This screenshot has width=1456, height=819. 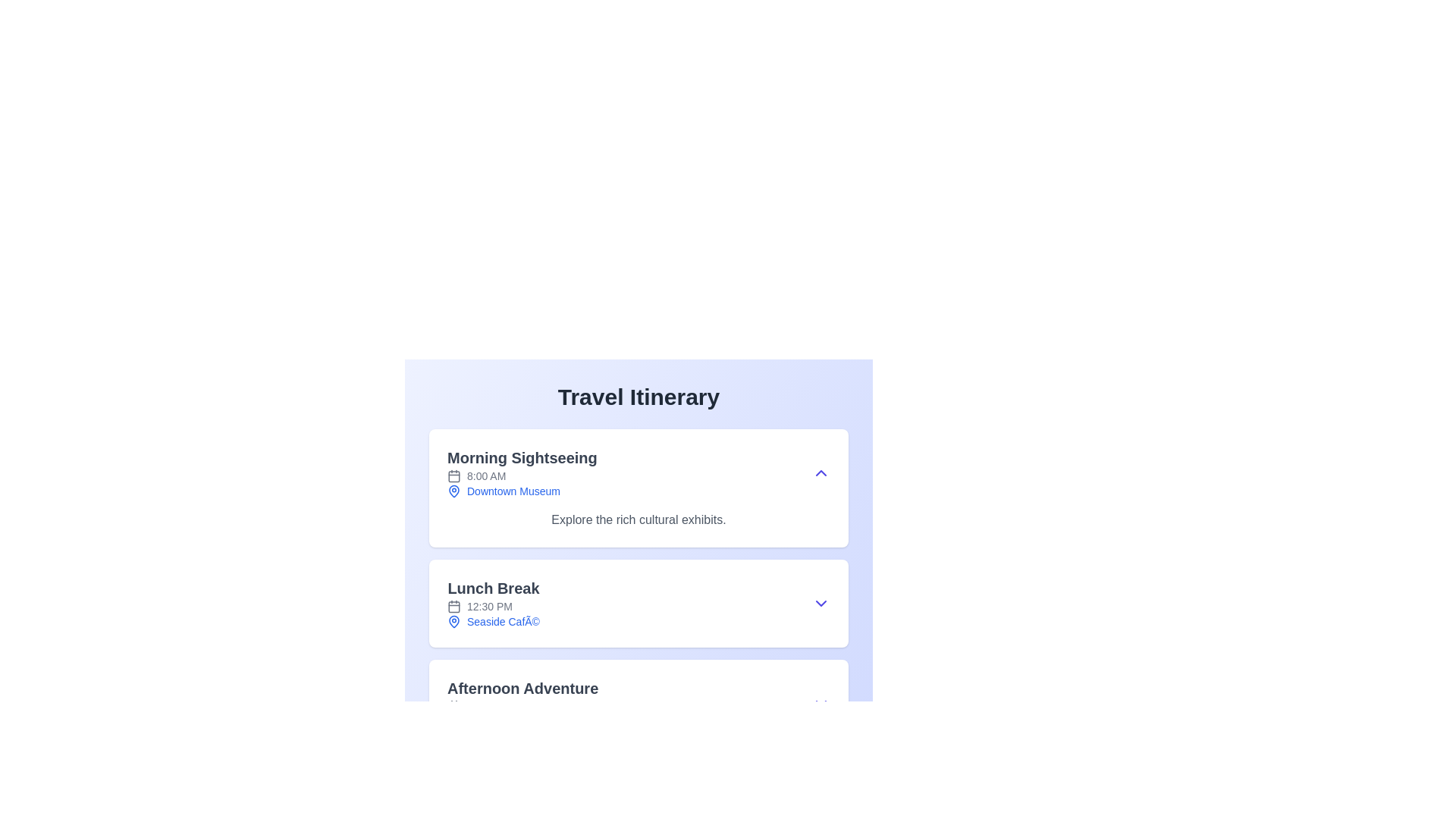 I want to click on text label displaying 'Downtown Museum' situated to the right of the map pin icon and below the '8:00 AM' time text in the itinerary section, so click(x=513, y=491).